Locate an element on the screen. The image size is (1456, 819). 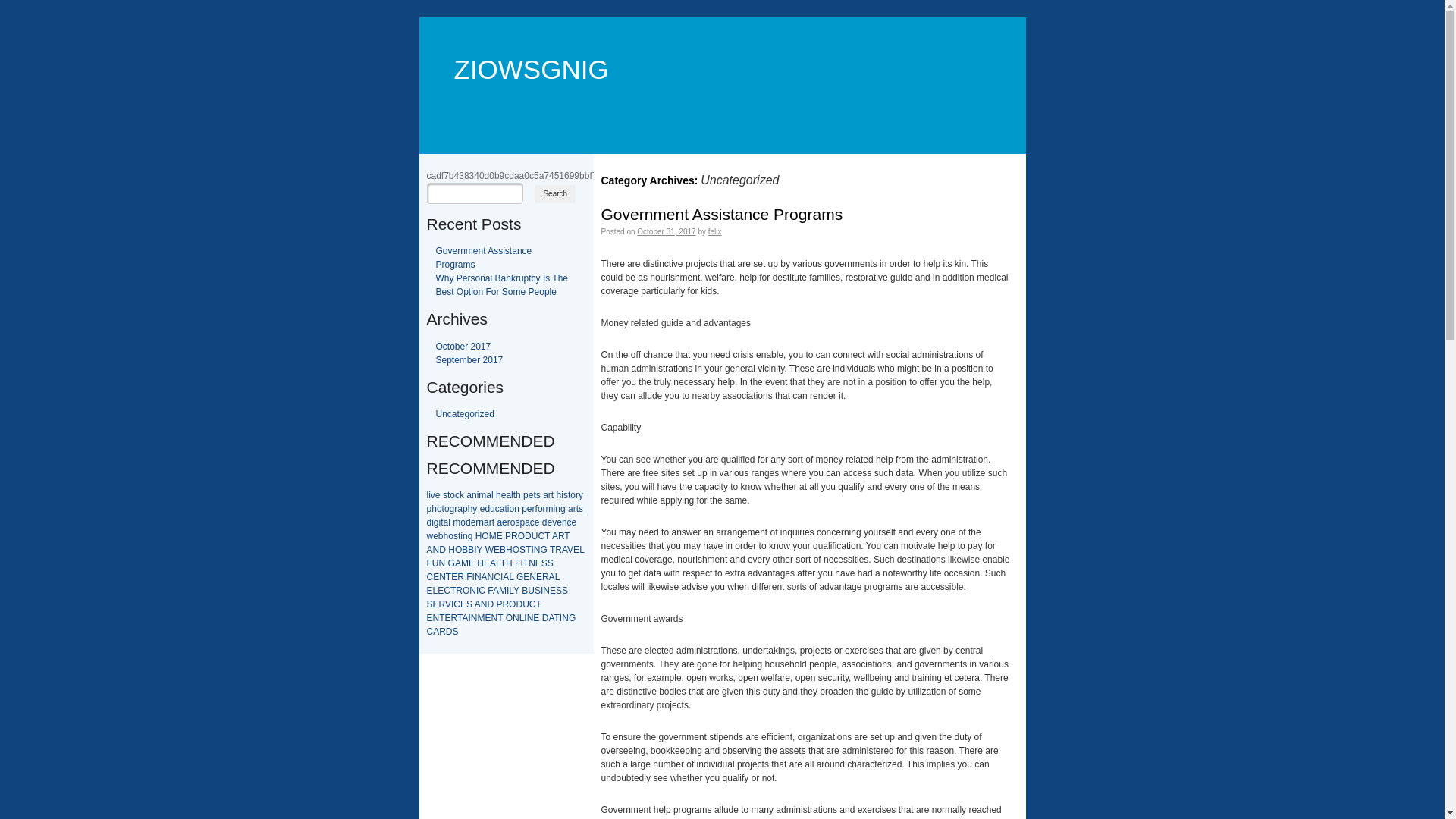
'a' is located at coordinates (527, 522).